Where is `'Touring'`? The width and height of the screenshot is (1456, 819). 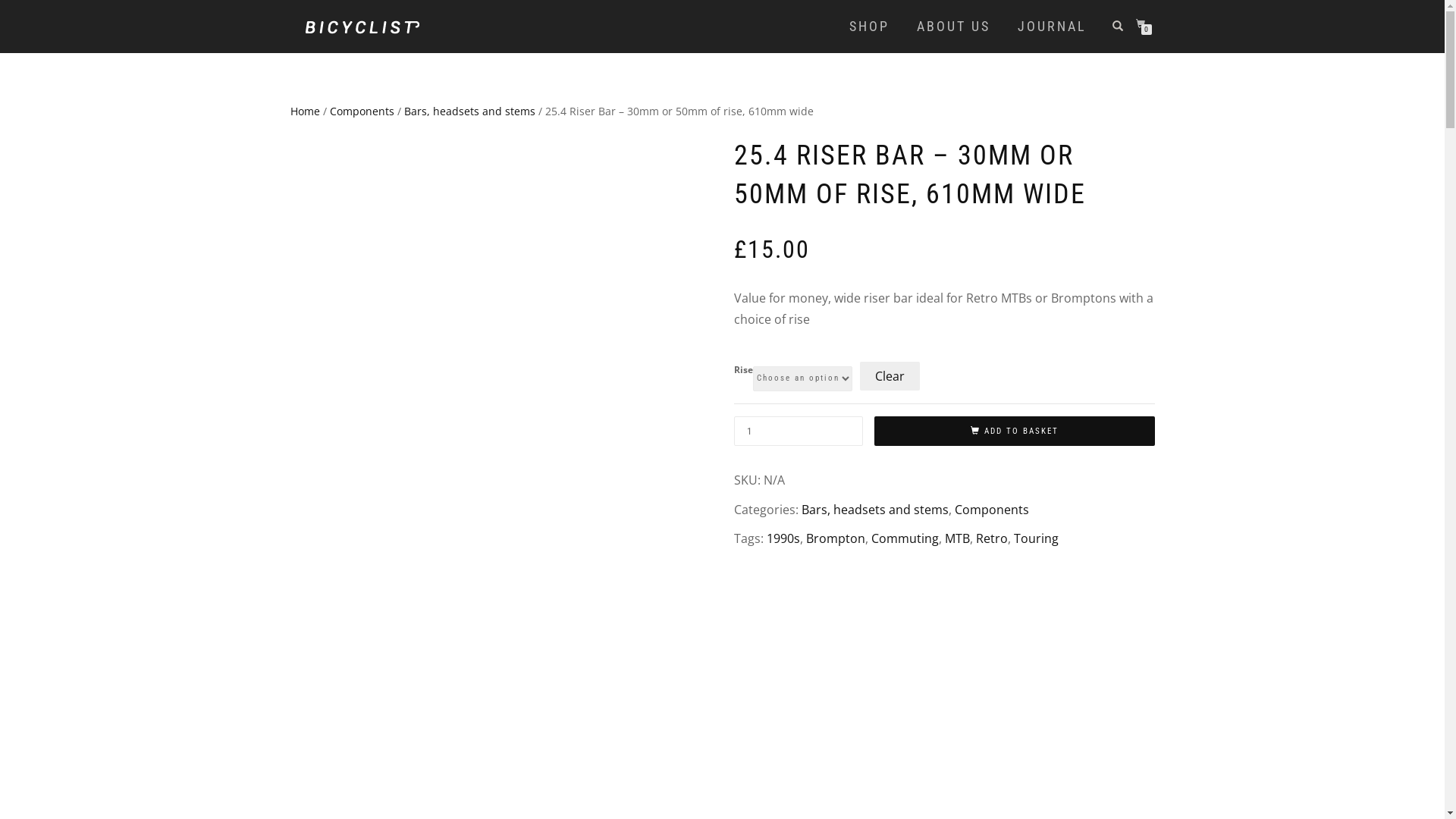 'Touring' is located at coordinates (1034, 537).